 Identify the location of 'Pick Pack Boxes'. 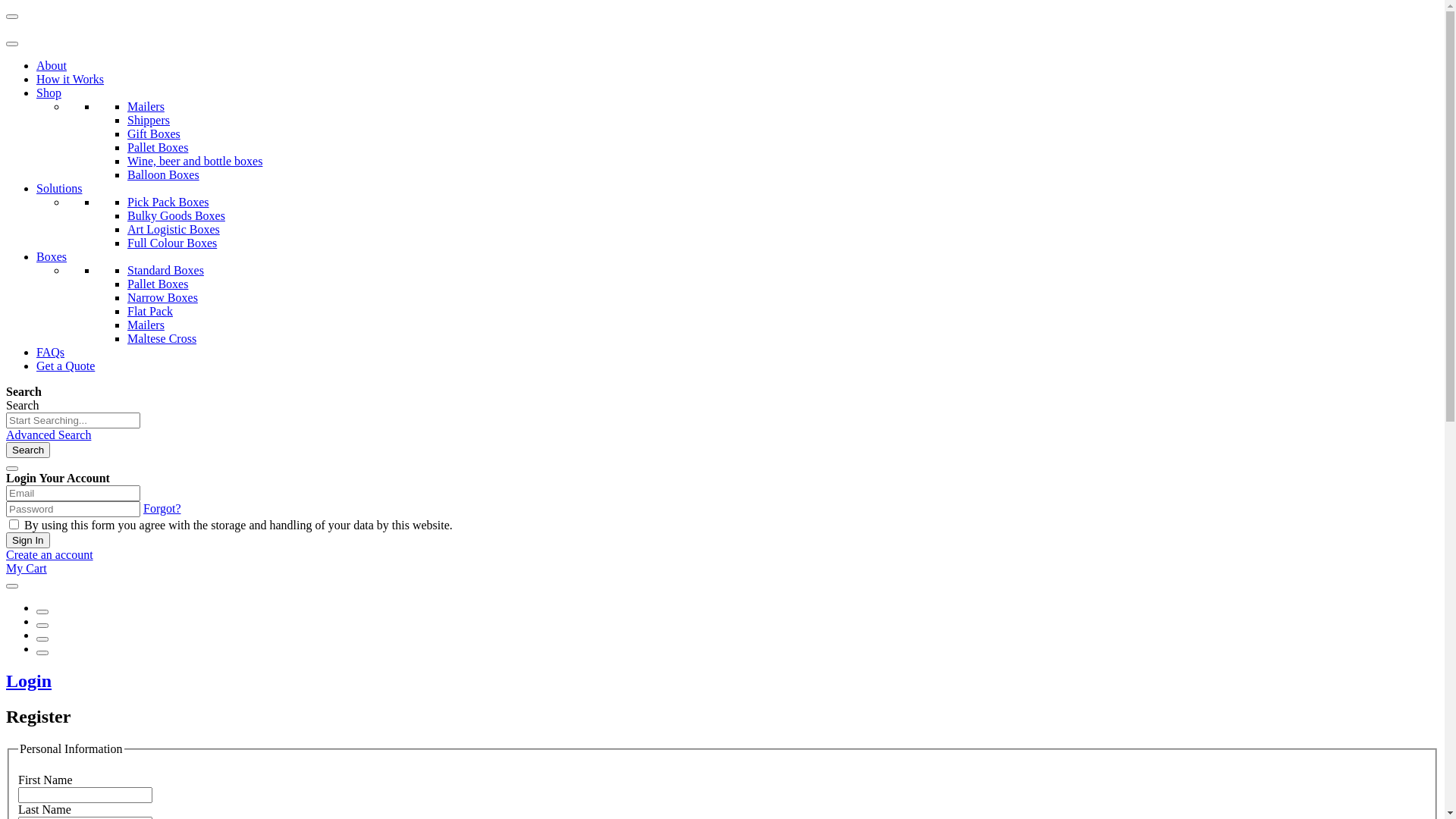
(168, 201).